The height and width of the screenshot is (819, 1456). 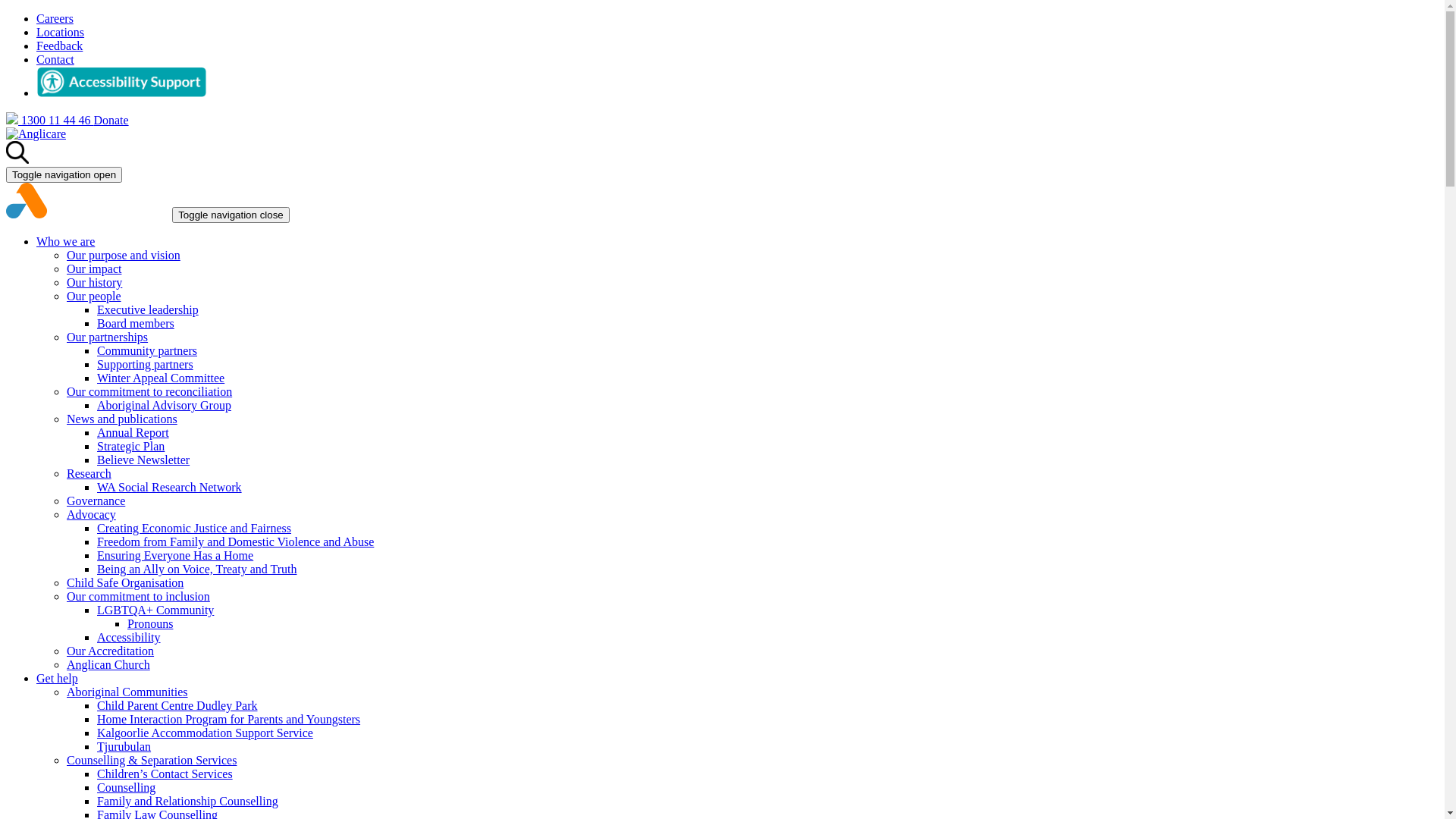 What do you see at coordinates (124, 745) in the screenshot?
I see `'Tjurubulan'` at bounding box center [124, 745].